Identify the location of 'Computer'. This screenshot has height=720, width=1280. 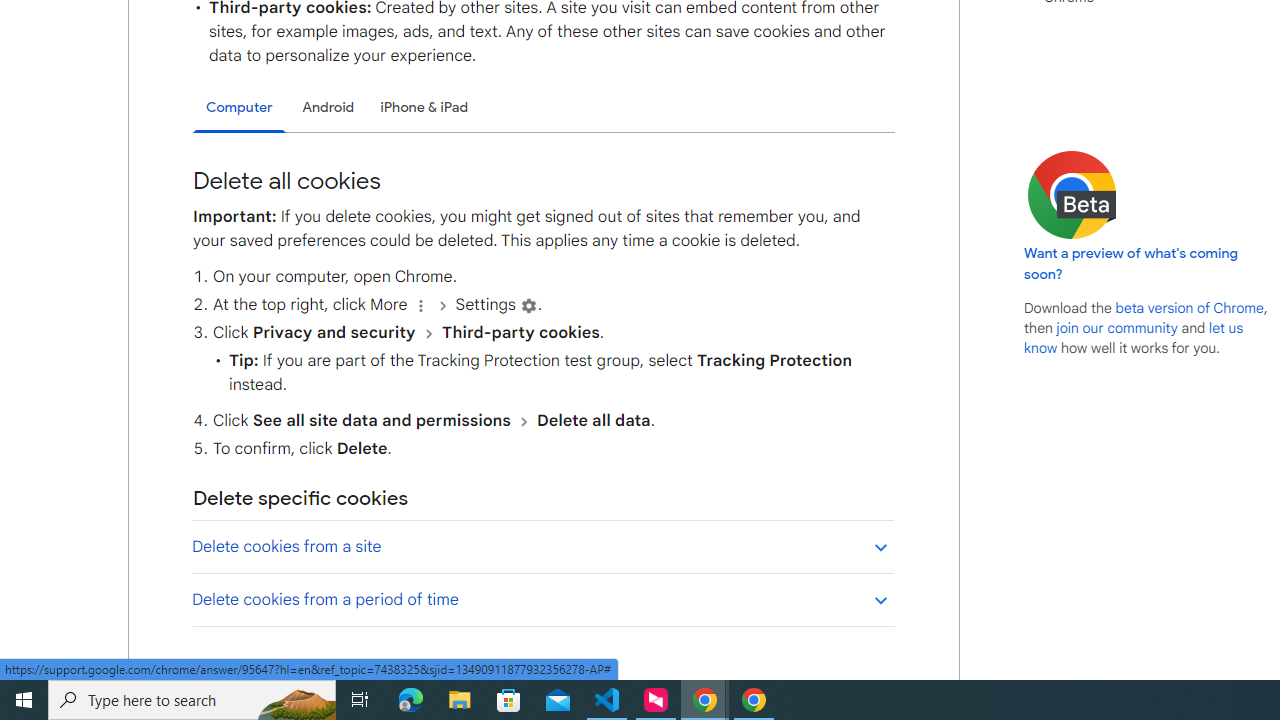
(239, 108).